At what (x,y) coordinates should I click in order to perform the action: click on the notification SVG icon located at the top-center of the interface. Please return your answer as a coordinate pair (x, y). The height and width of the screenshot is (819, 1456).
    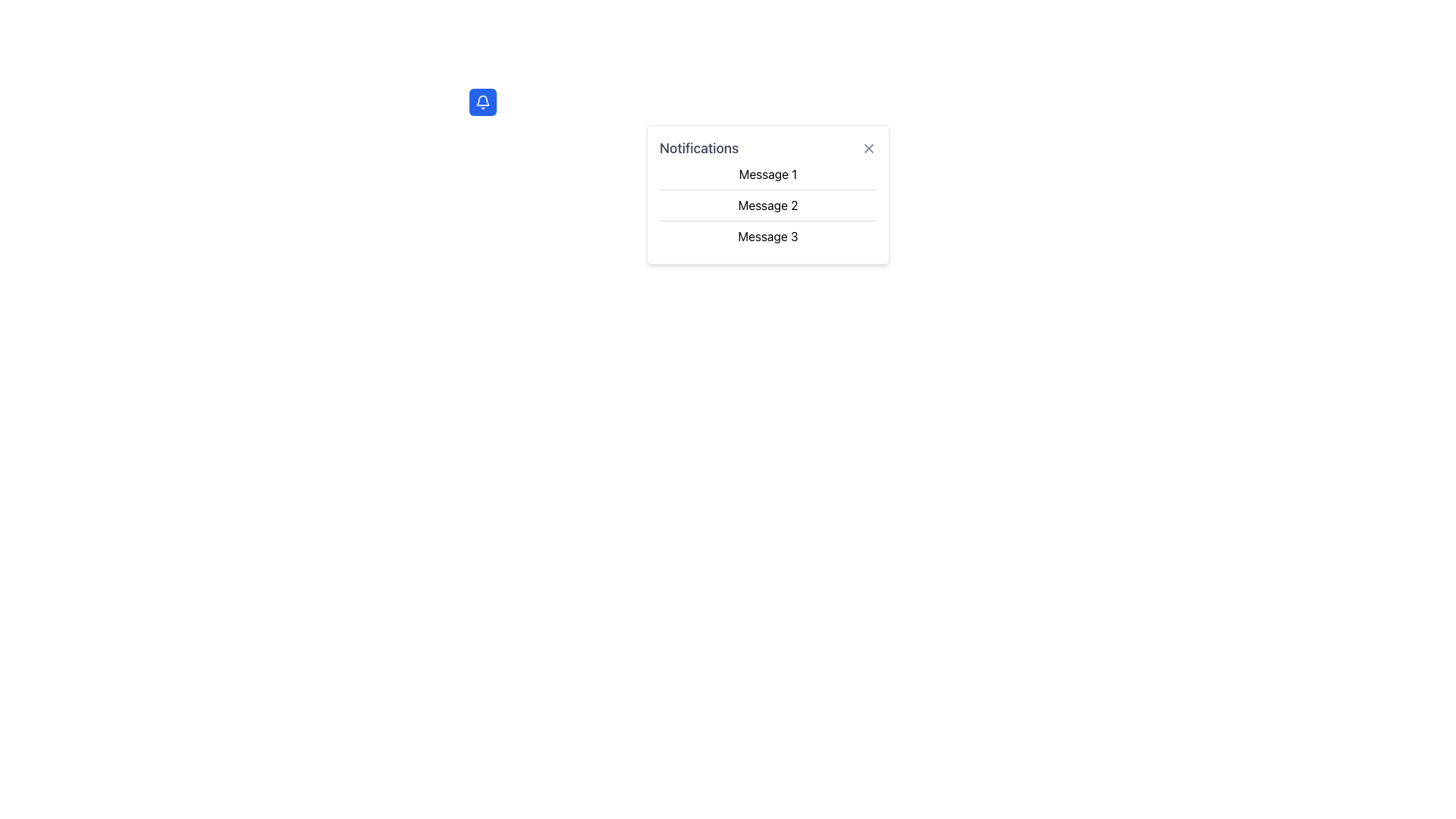
    Looking at the image, I should click on (482, 102).